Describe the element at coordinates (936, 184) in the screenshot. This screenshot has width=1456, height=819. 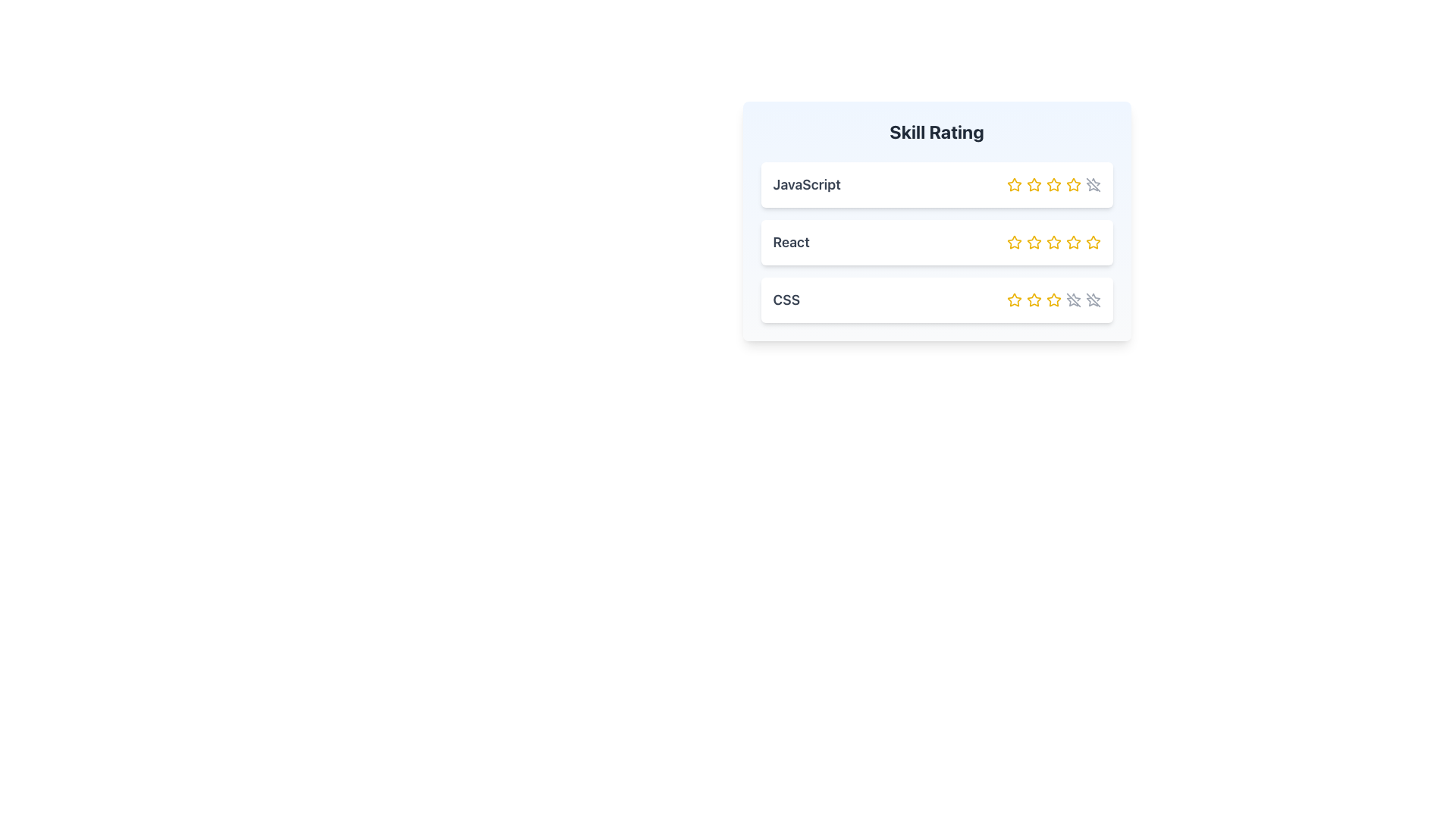
I see `the Skill Rating Card displaying the skill 'JavaScript', which is the top item in a vertical list of skill containers` at that location.